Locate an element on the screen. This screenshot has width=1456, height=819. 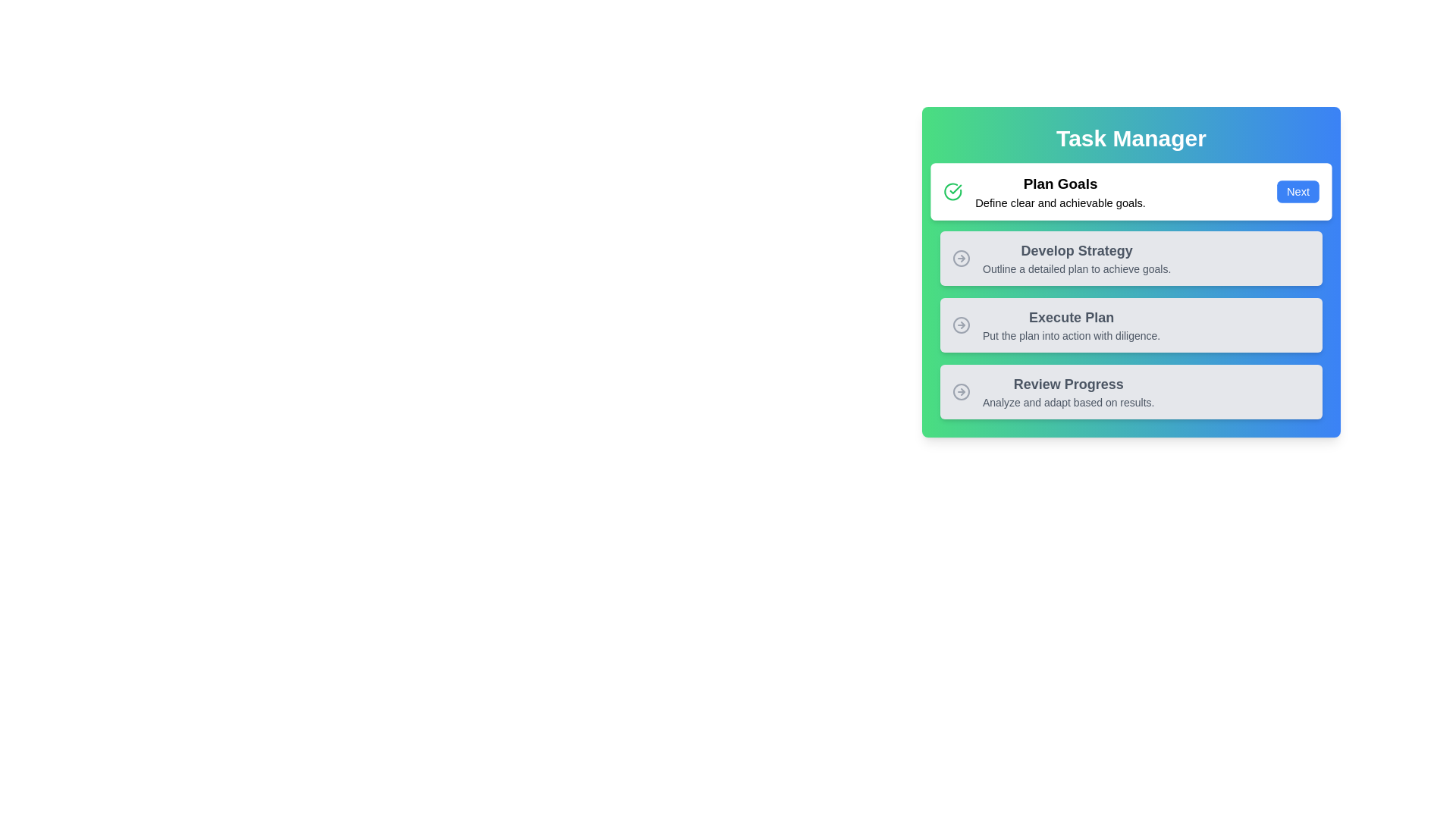
the circular arrow icon button located to the left of the 'Review Progress' text in the task list interface is located at coordinates (960, 391).